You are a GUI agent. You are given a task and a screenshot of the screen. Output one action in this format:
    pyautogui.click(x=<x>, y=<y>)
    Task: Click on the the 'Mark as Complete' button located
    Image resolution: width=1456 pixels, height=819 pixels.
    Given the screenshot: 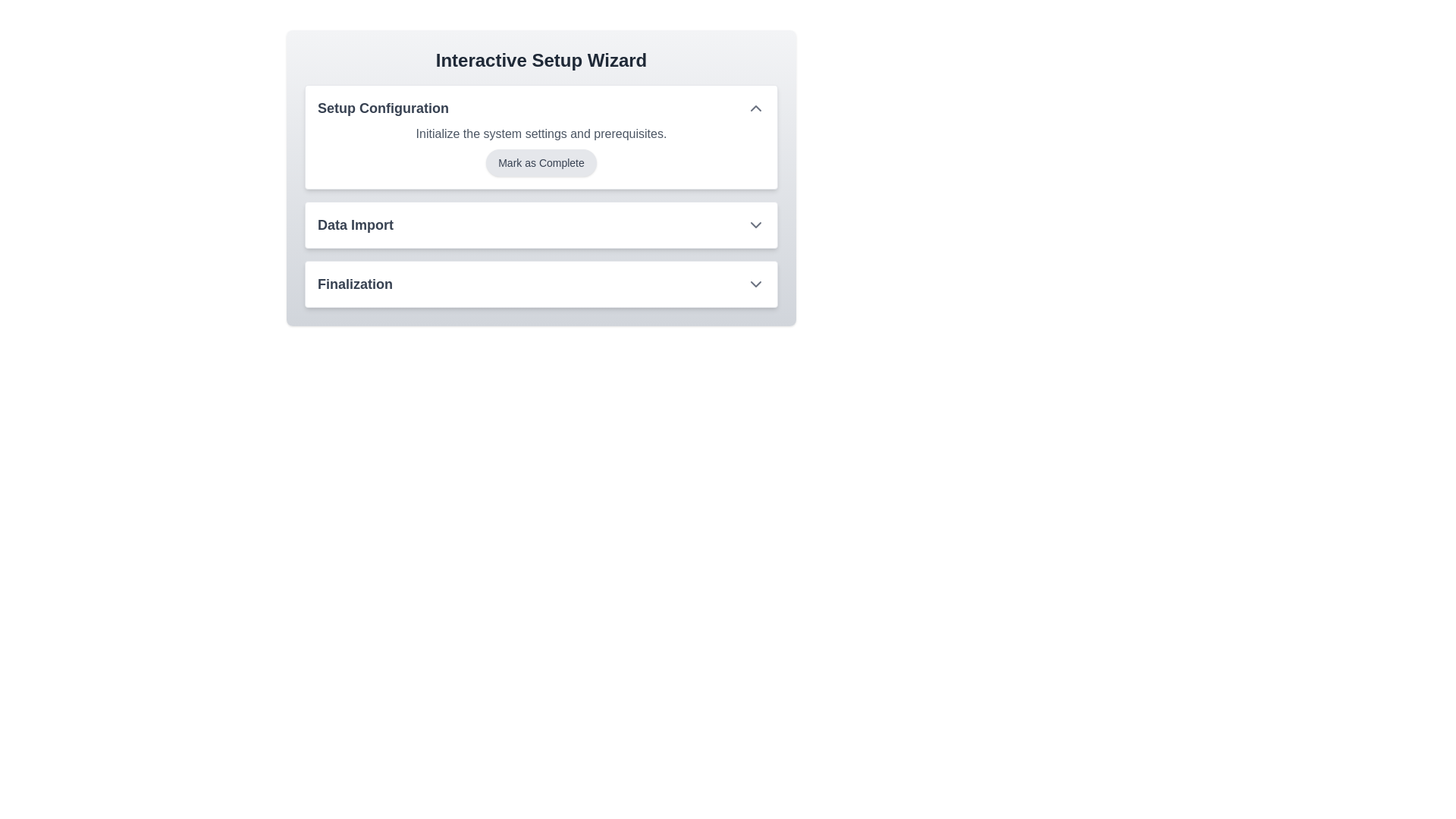 What is the action you would take?
    pyautogui.click(x=541, y=151)
    